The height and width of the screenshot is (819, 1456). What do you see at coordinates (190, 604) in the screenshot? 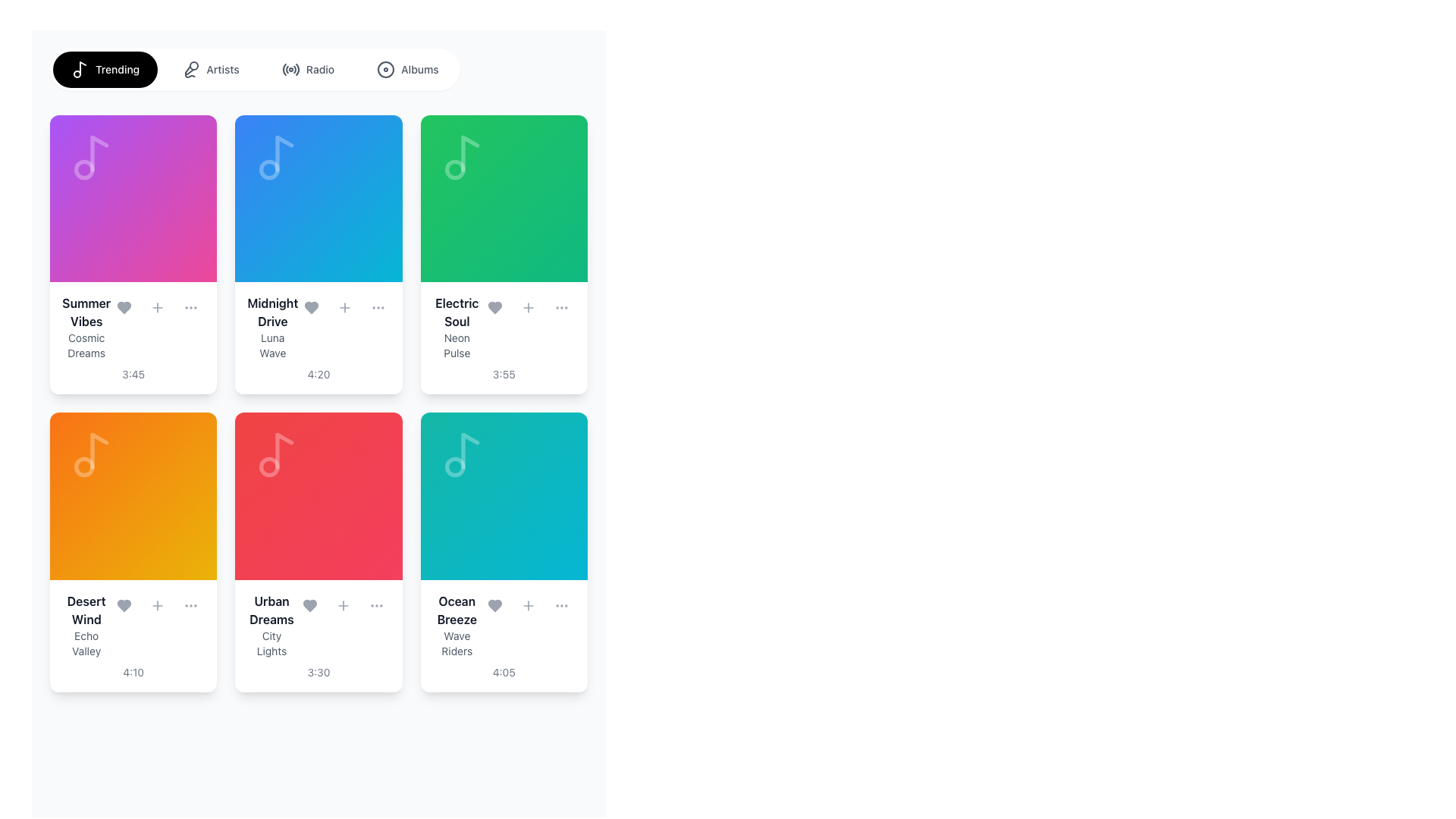
I see `the three-dot menu icon located in the bottom-right section of the 'Desert Wind' music track details card` at bounding box center [190, 604].